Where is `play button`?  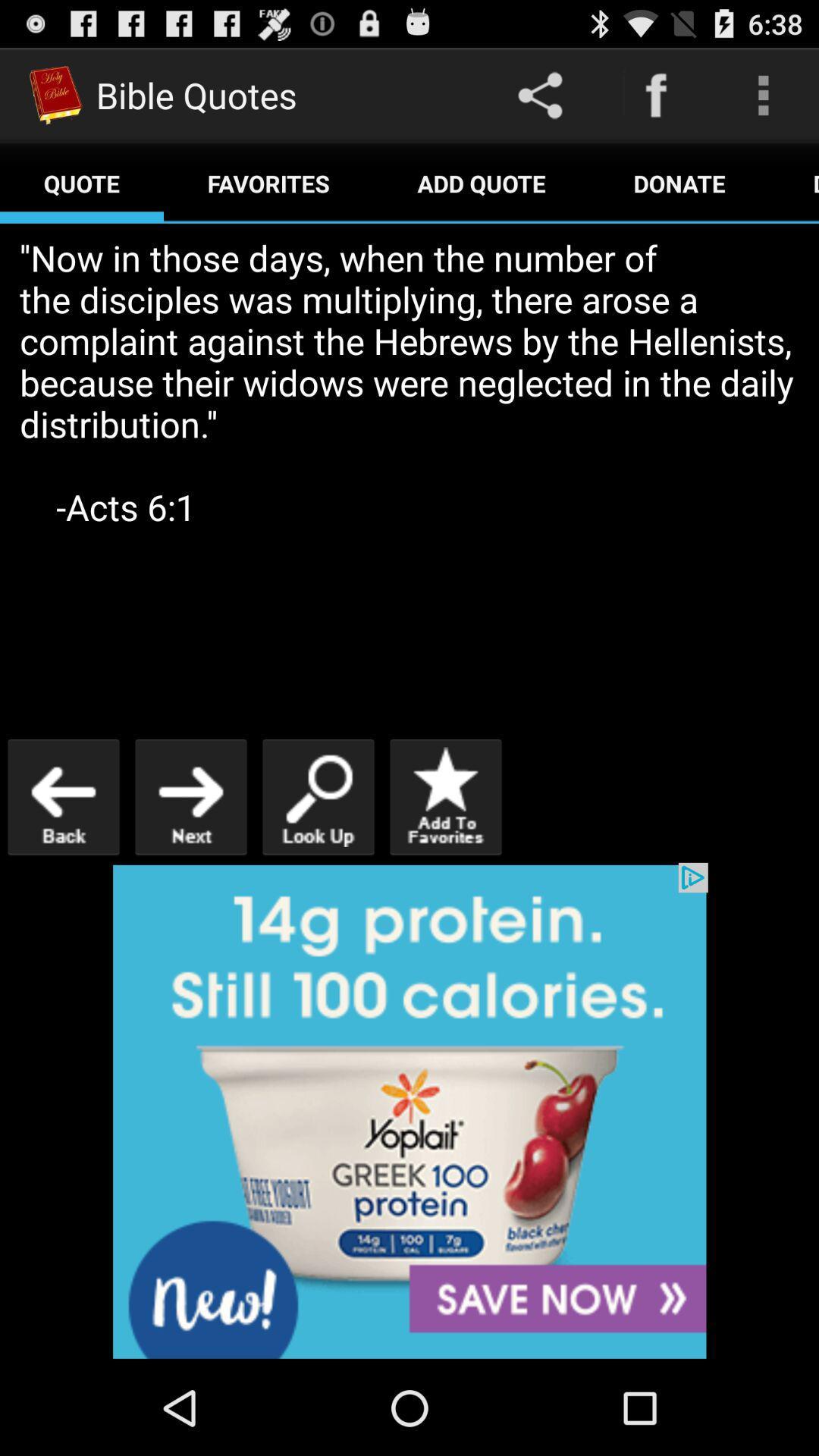
play button is located at coordinates (190, 796).